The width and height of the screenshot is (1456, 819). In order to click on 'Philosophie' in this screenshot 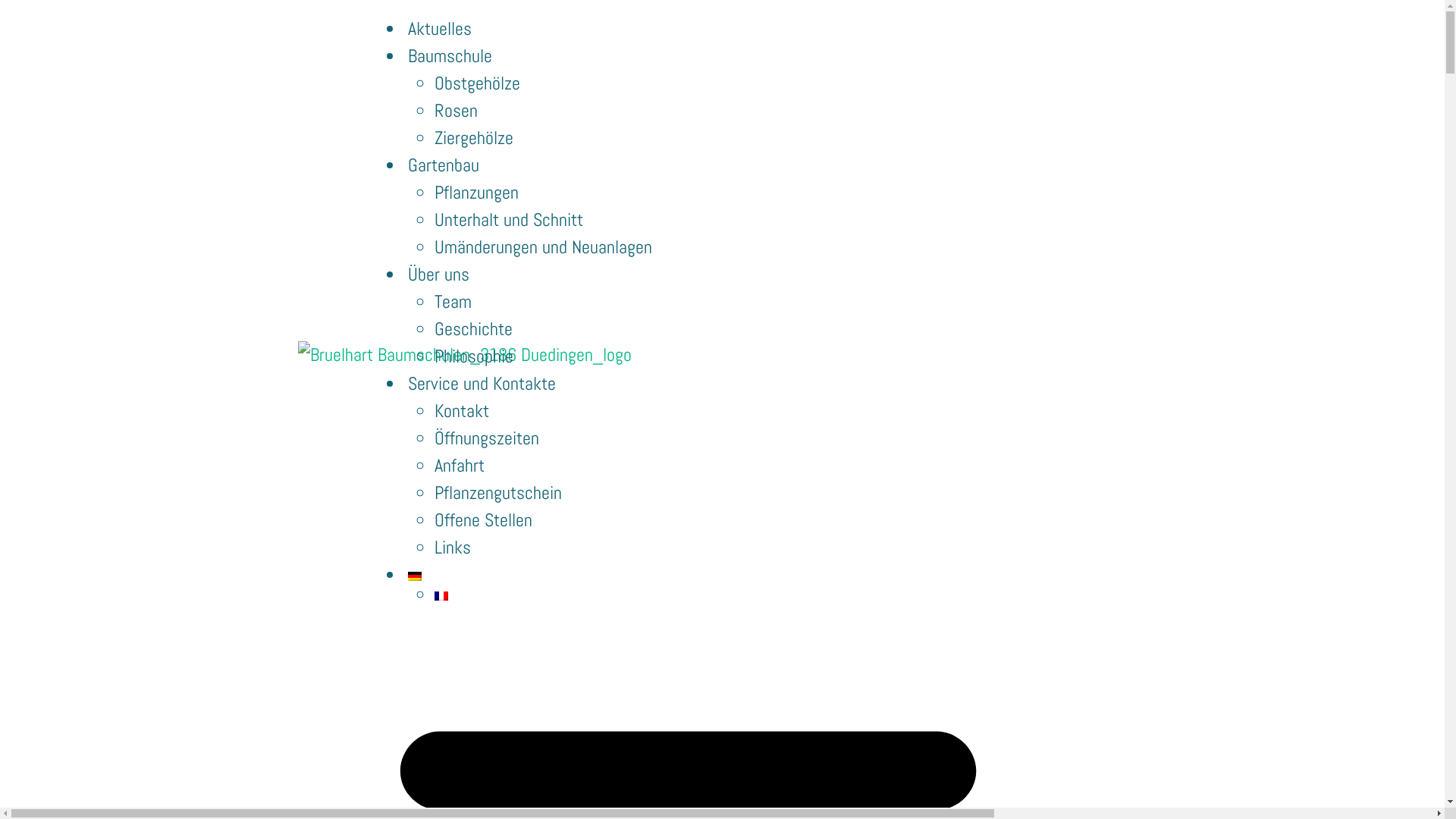, I will do `click(472, 356)`.